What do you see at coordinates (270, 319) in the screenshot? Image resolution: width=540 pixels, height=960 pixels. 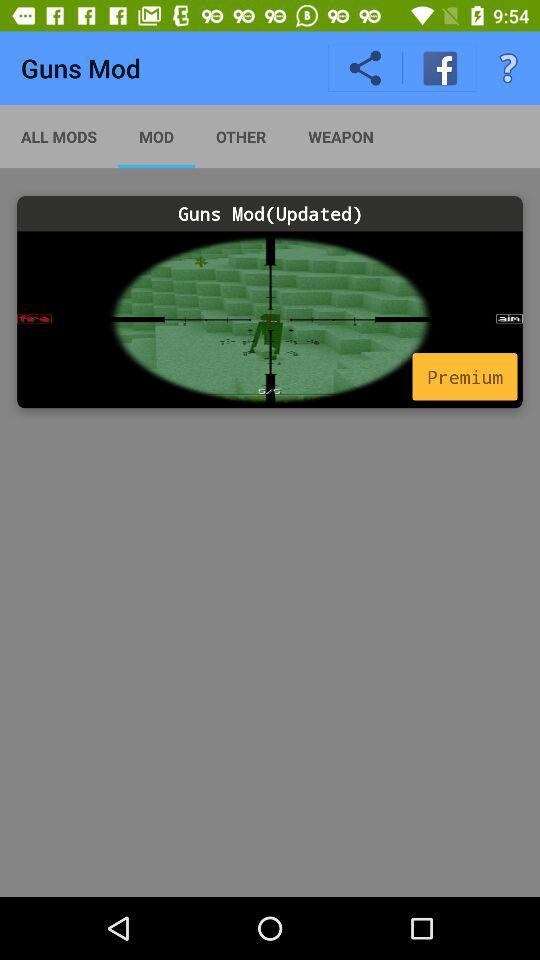 I see `access premium mod content` at bounding box center [270, 319].